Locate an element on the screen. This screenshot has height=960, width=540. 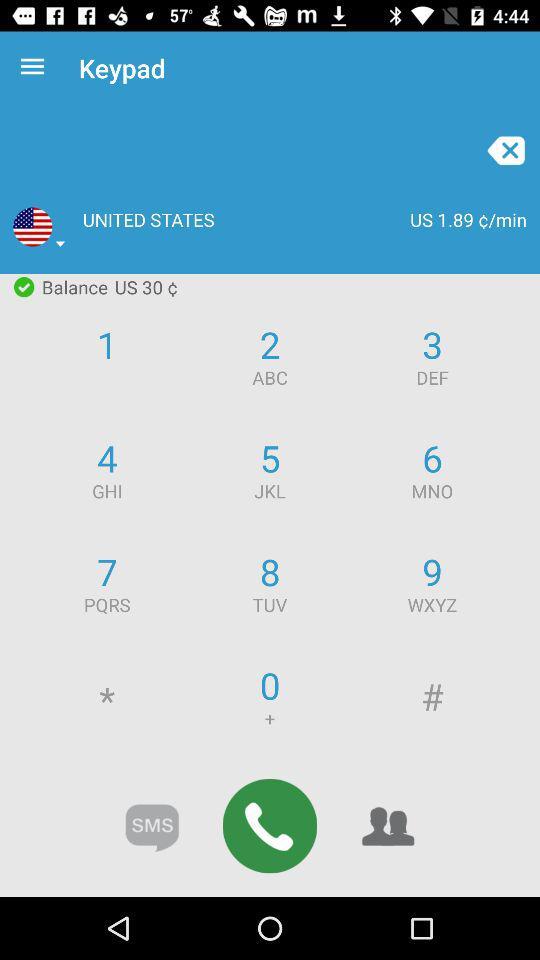
the close icon is located at coordinates (507, 149).